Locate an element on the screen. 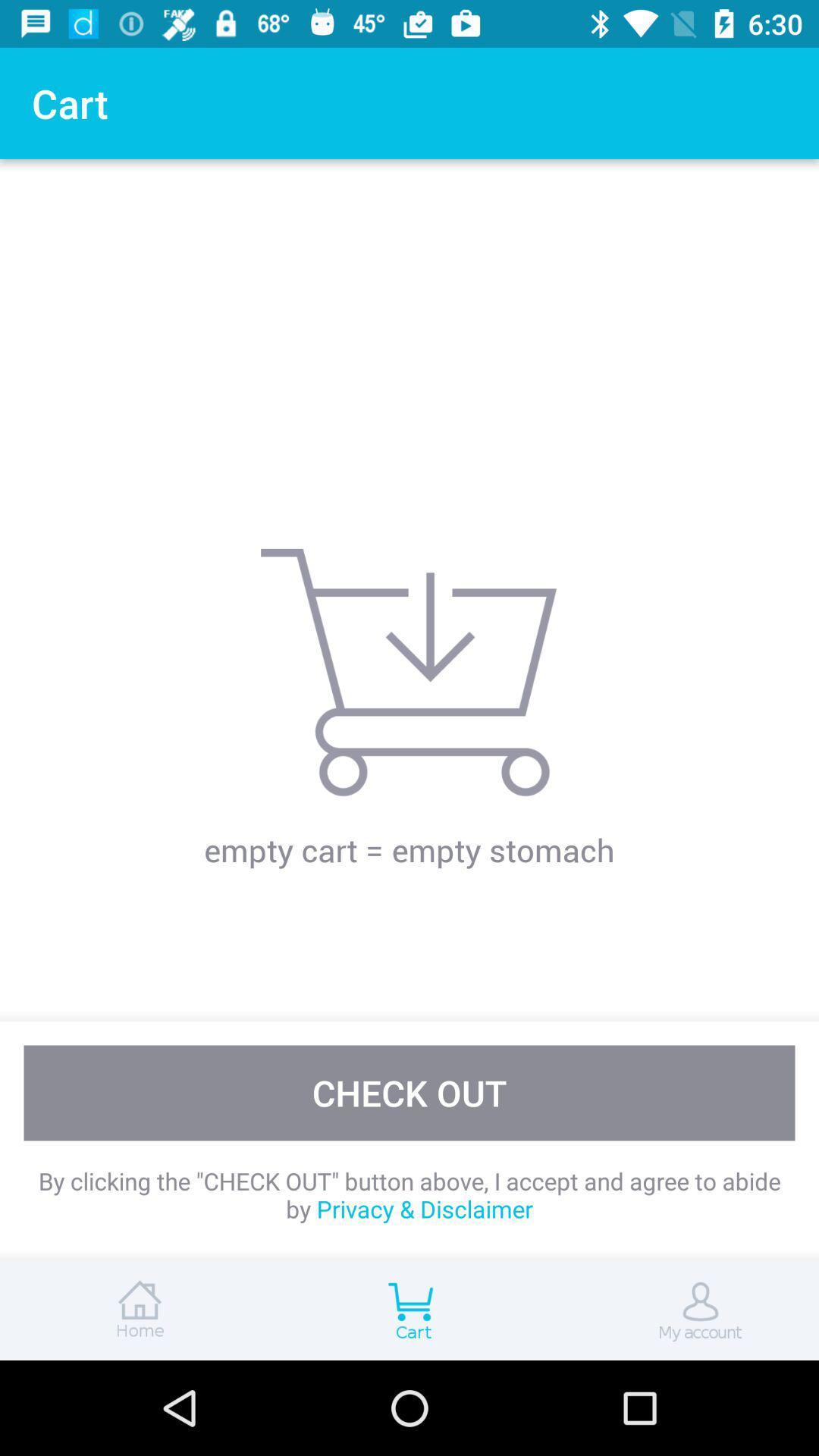 The height and width of the screenshot is (1456, 819). home page is located at coordinates (136, 1310).